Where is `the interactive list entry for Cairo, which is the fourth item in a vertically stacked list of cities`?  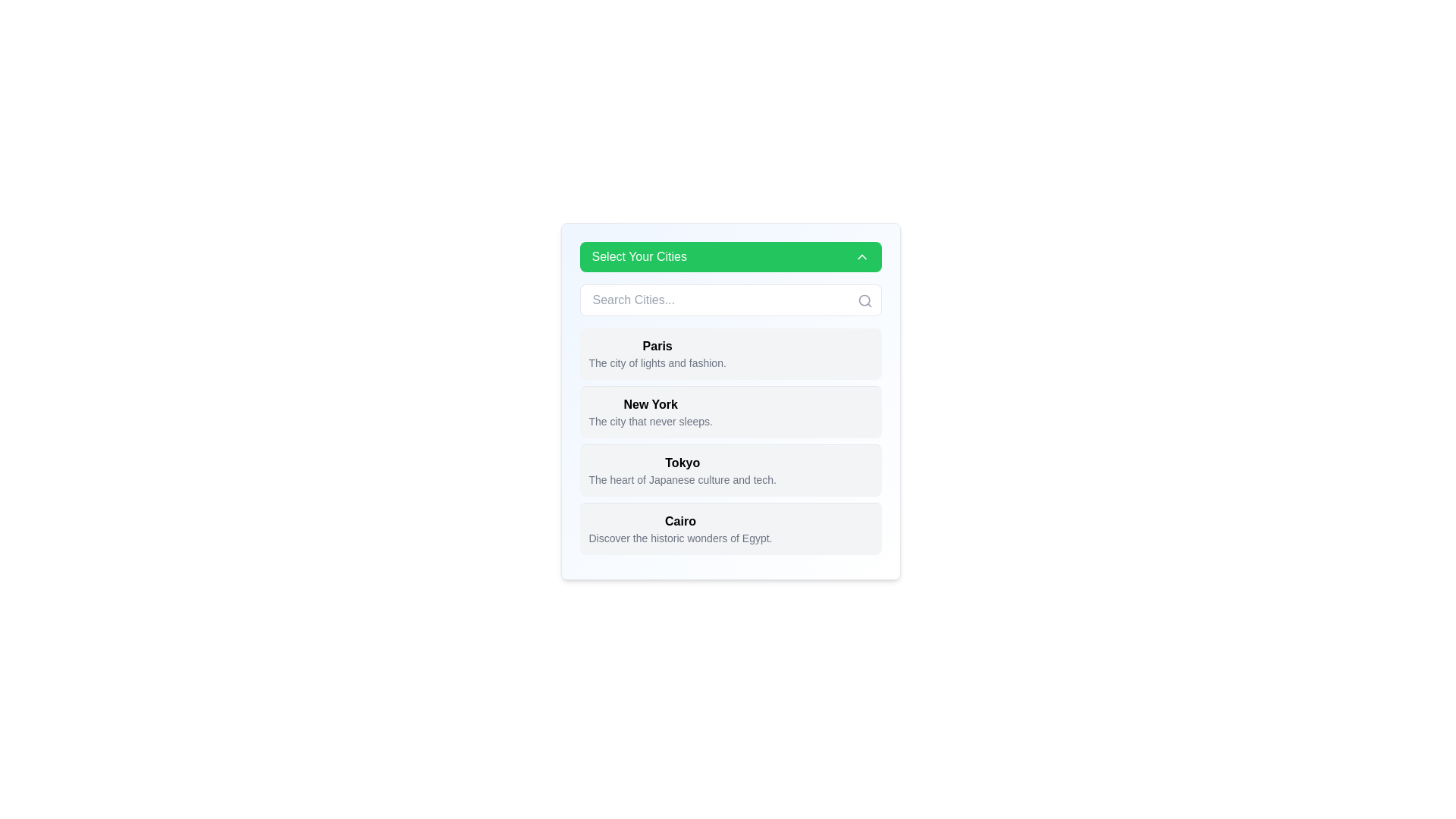
the interactive list entry for Cairo, which is the fourth item in a vertically stacked list of cities is located at coordinates (679, 529).